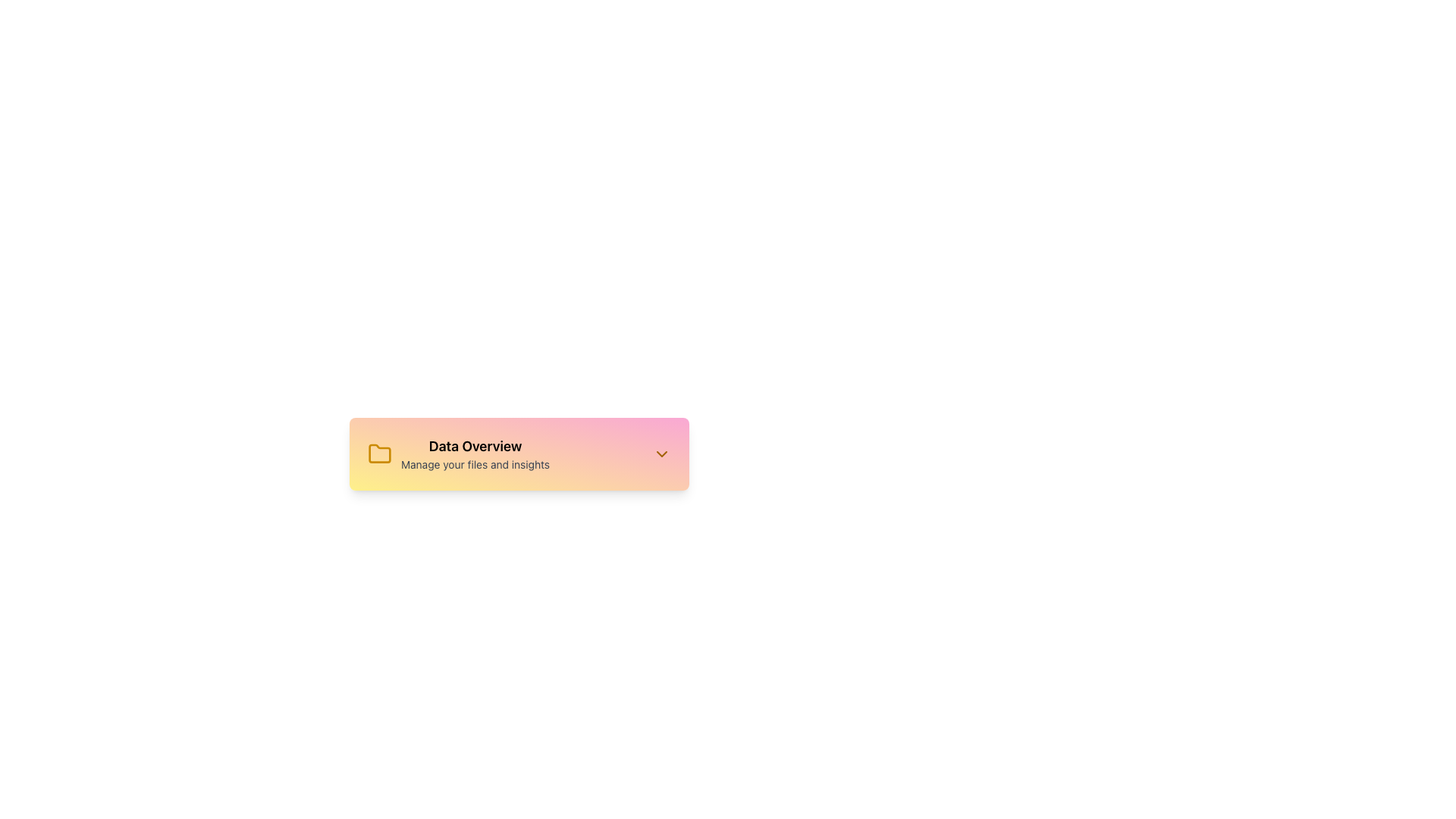 The height and width of the screenshot is (819, 1456). I want to click on the Composite text element displaying 'Data Overview' and its subtitle 'Manage your files and insights', so click(457, 453).